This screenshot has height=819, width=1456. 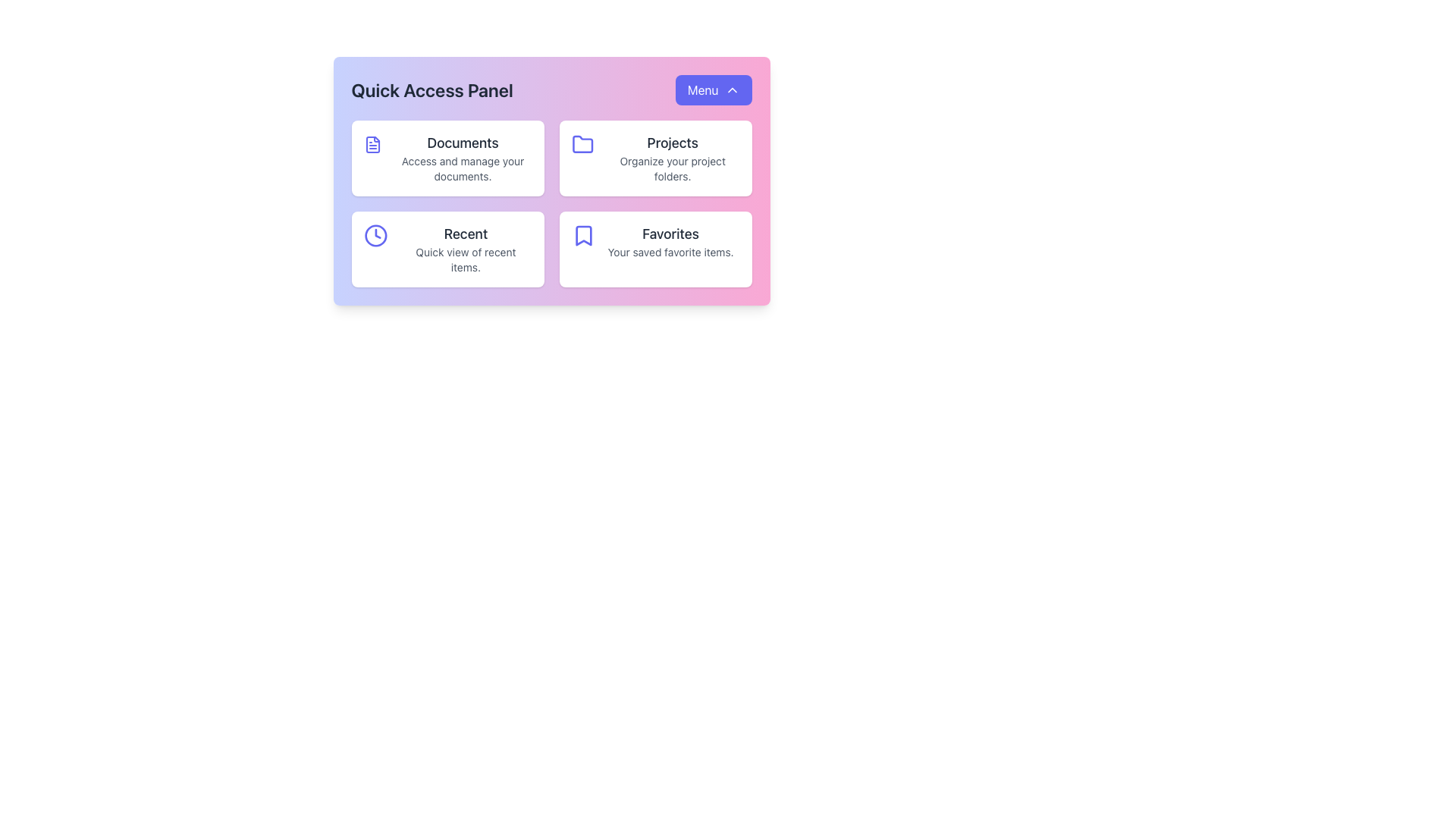 I want to click on the 'Documents' text label, which is styled in a larger, bold, dark gray font and is located within the 'Quick Access Panel', so click(x=462, y=158).